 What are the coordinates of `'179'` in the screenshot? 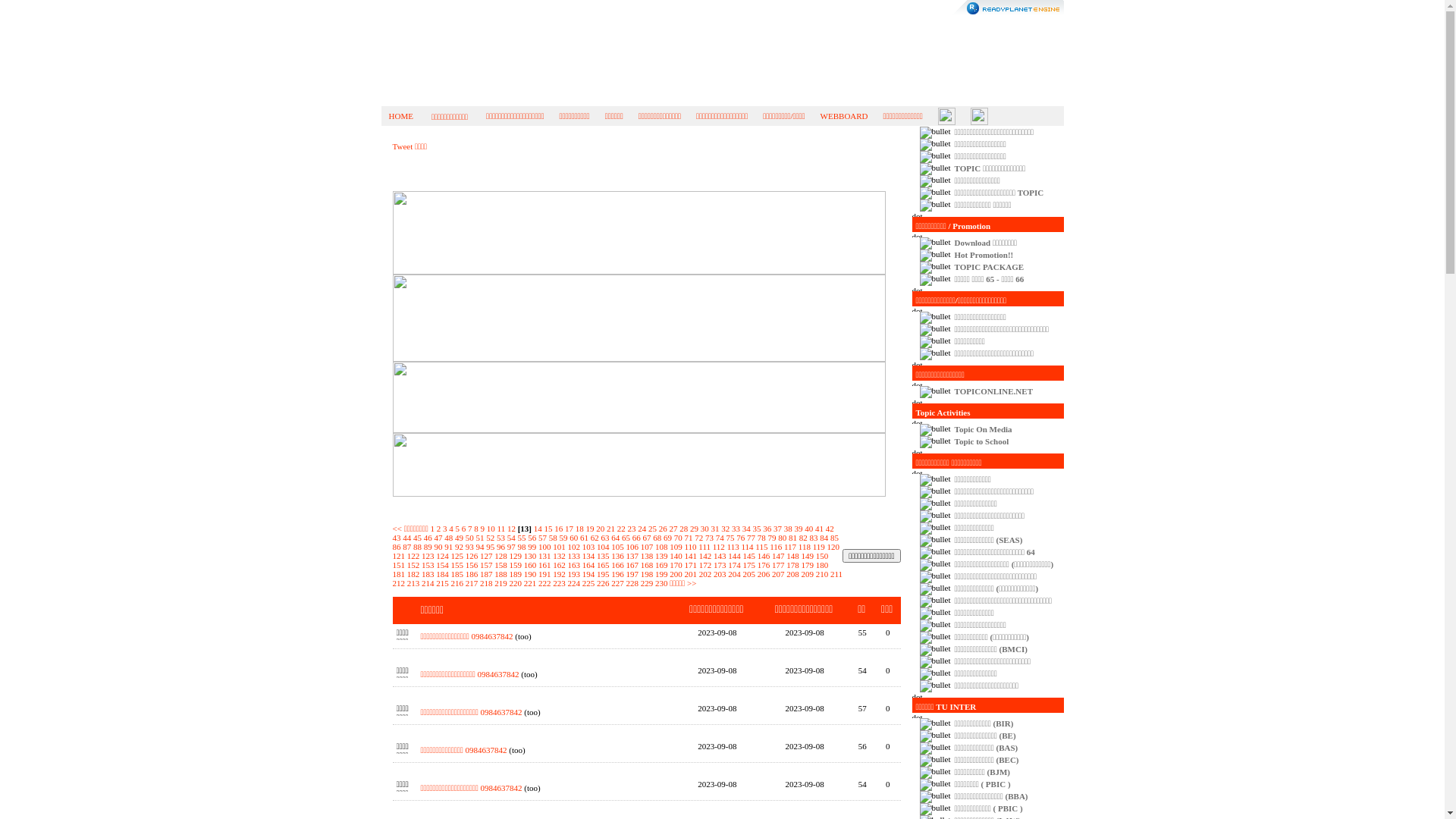 It's located at (806, 564).